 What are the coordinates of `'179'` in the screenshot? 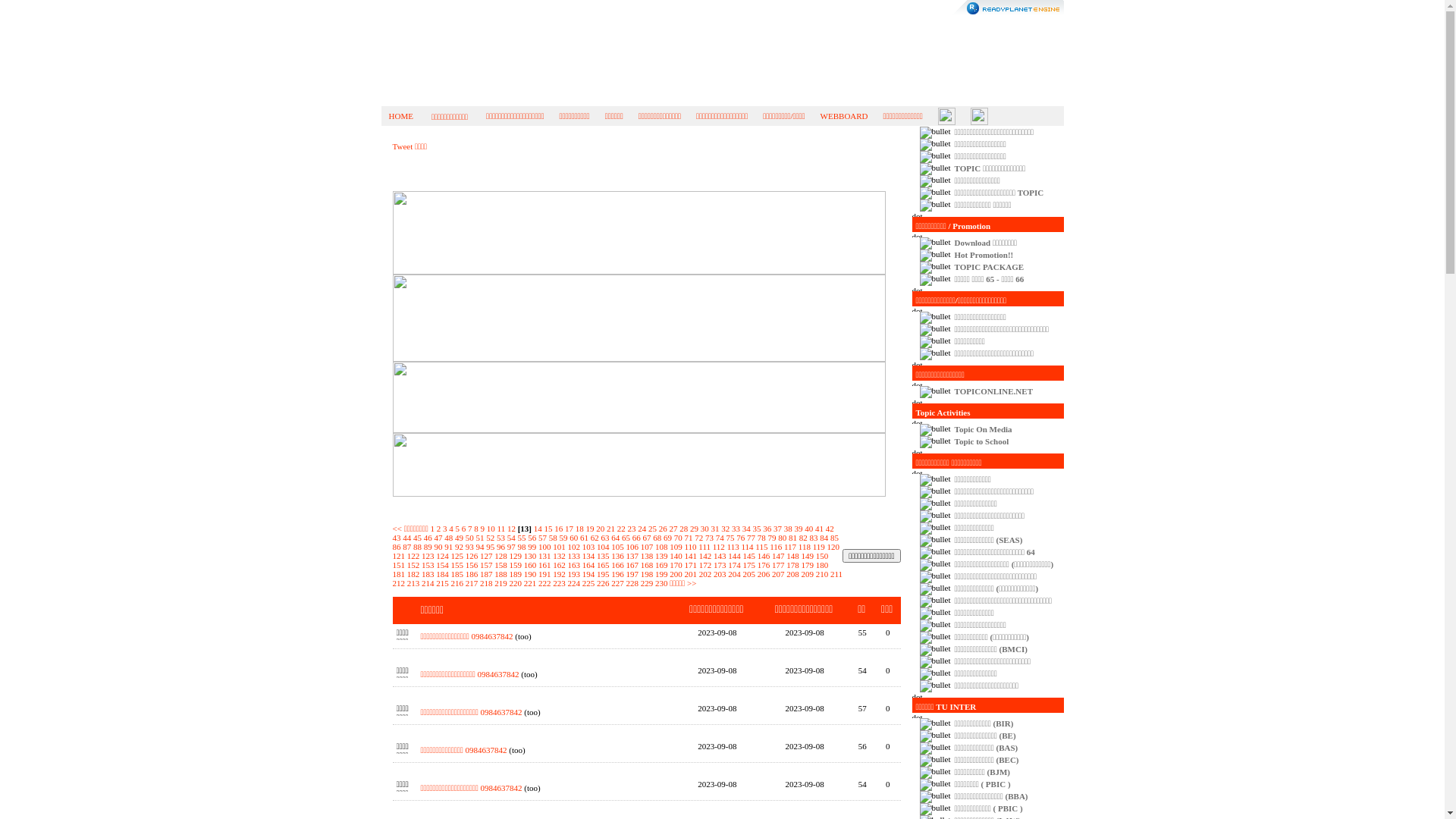 It's located at (806, 564).